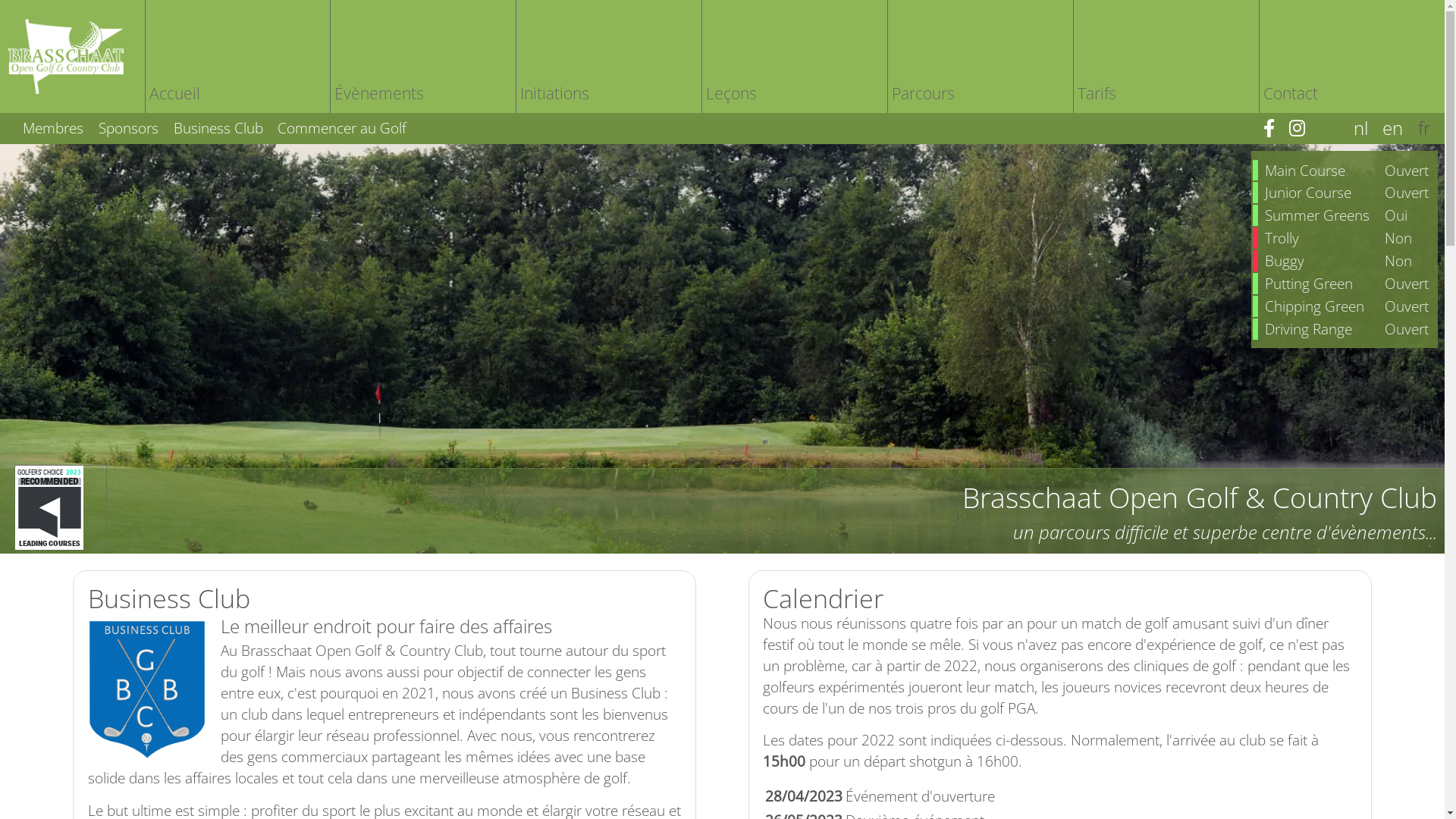 The width and height of the screenshot is (1456, 819). What do you see at coordinates (336, 127) in the screenshot?
I see `'Commencer au Golf'` at bounding box center [336, 127].